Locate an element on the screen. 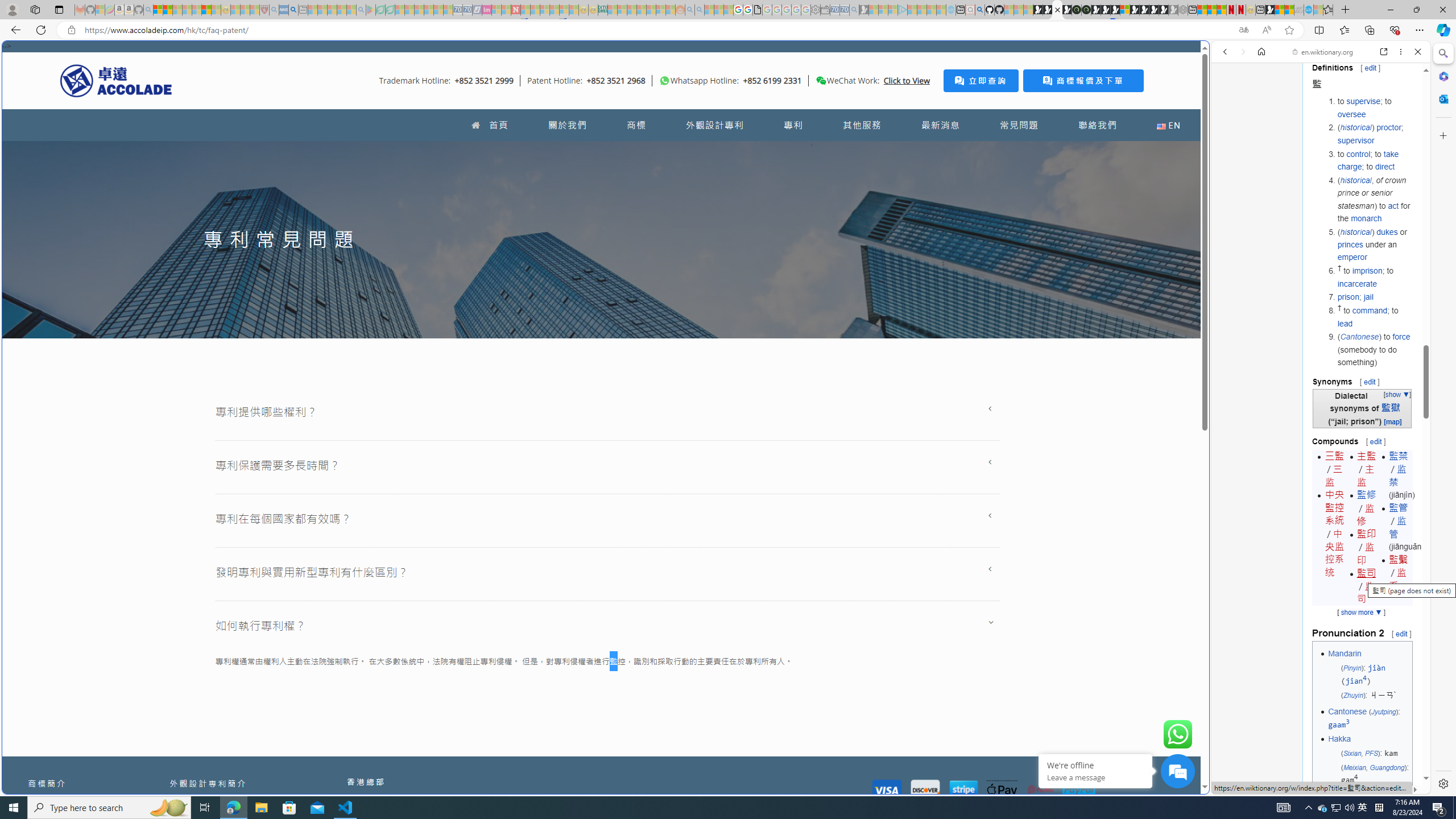 The image size is (1456, 819). 'Restore' is located at coordinates (1416, 9).